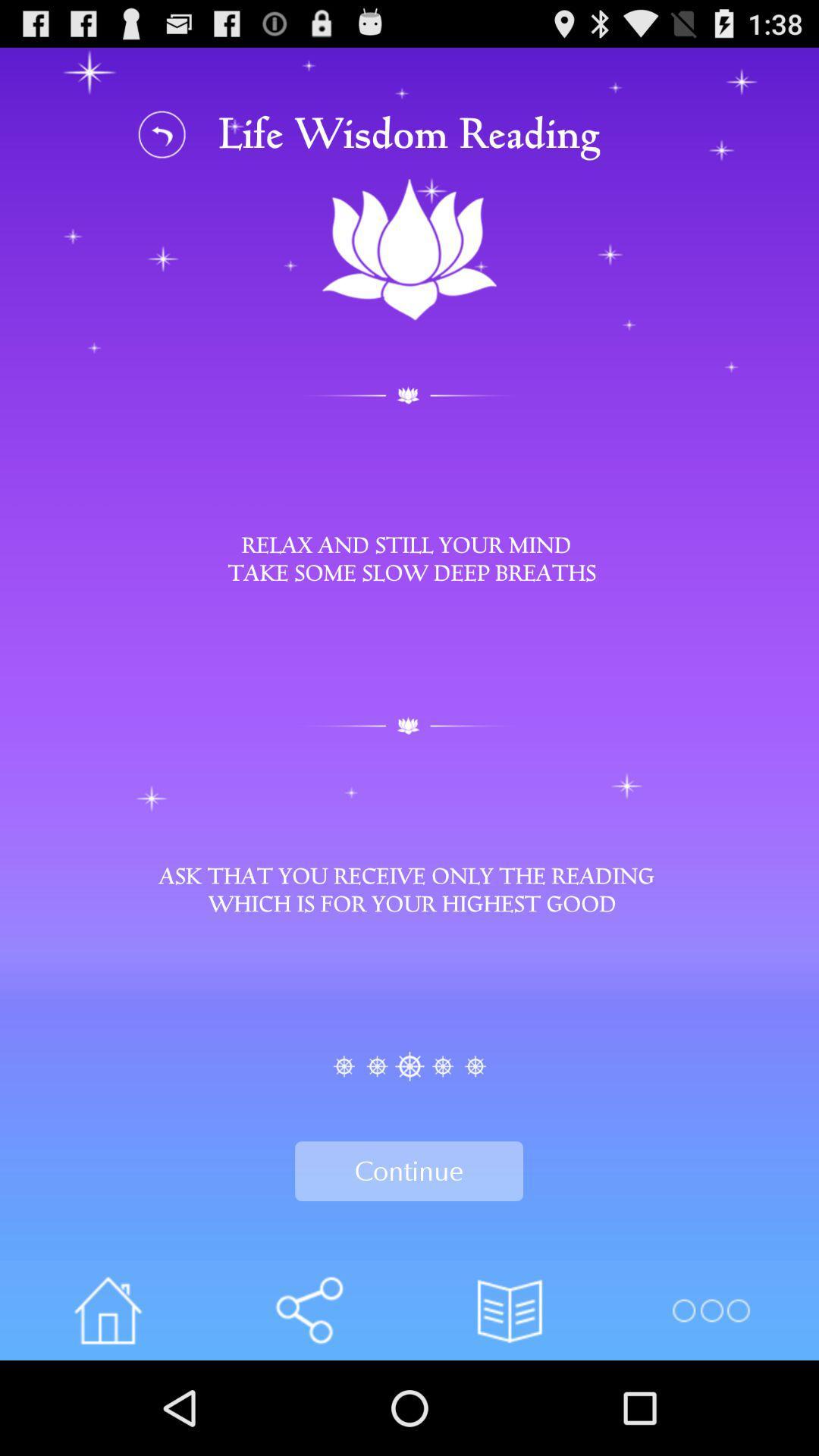 The height and width of the screenshot is (1456, 819). I want to click on image below the text life wisdom reading, so click(409, 250).